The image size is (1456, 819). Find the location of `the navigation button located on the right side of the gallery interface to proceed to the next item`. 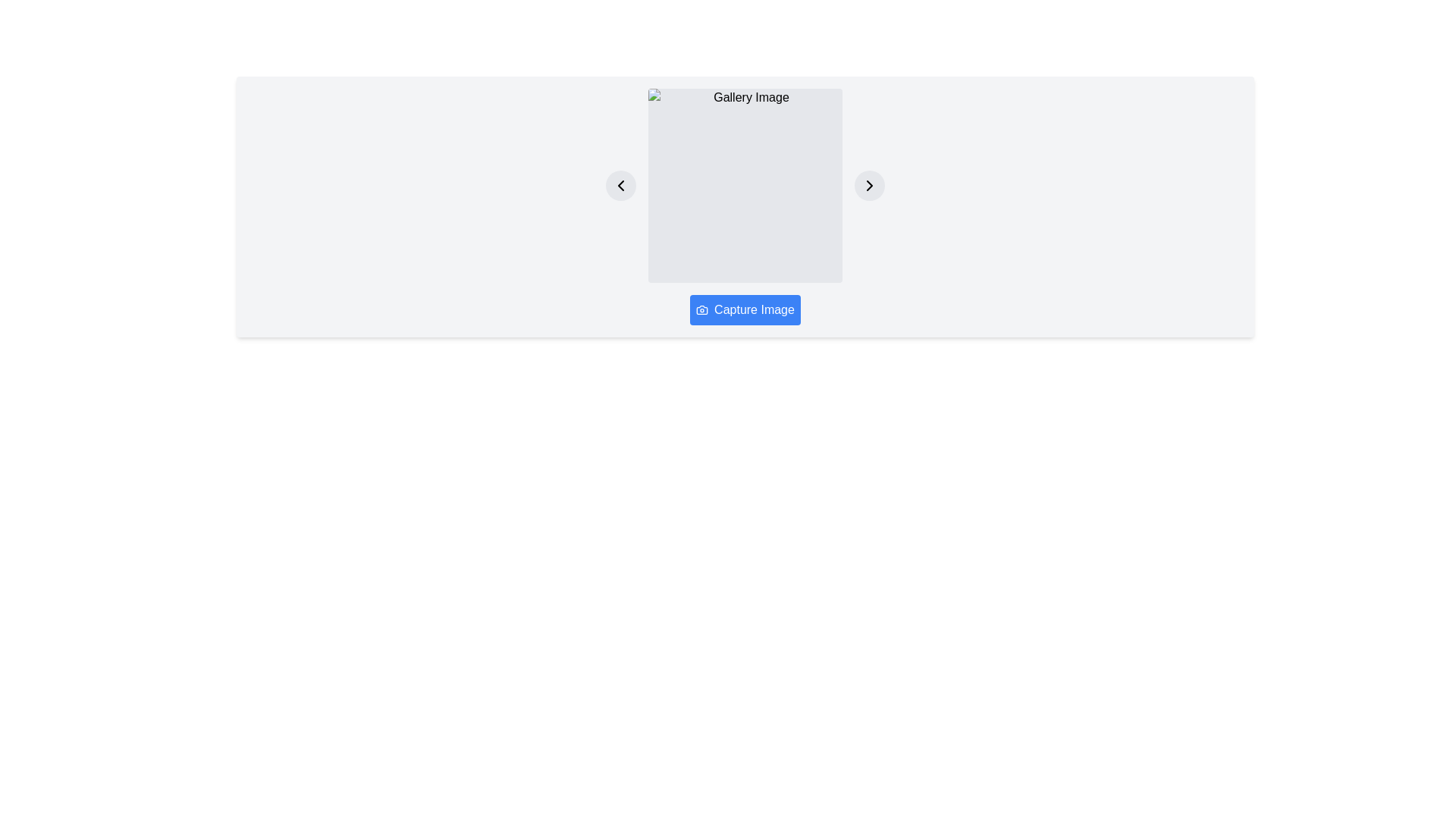

the navigation button located on the right side of the gallery interface to proceed to the next item is located at coordinates (870, 185).